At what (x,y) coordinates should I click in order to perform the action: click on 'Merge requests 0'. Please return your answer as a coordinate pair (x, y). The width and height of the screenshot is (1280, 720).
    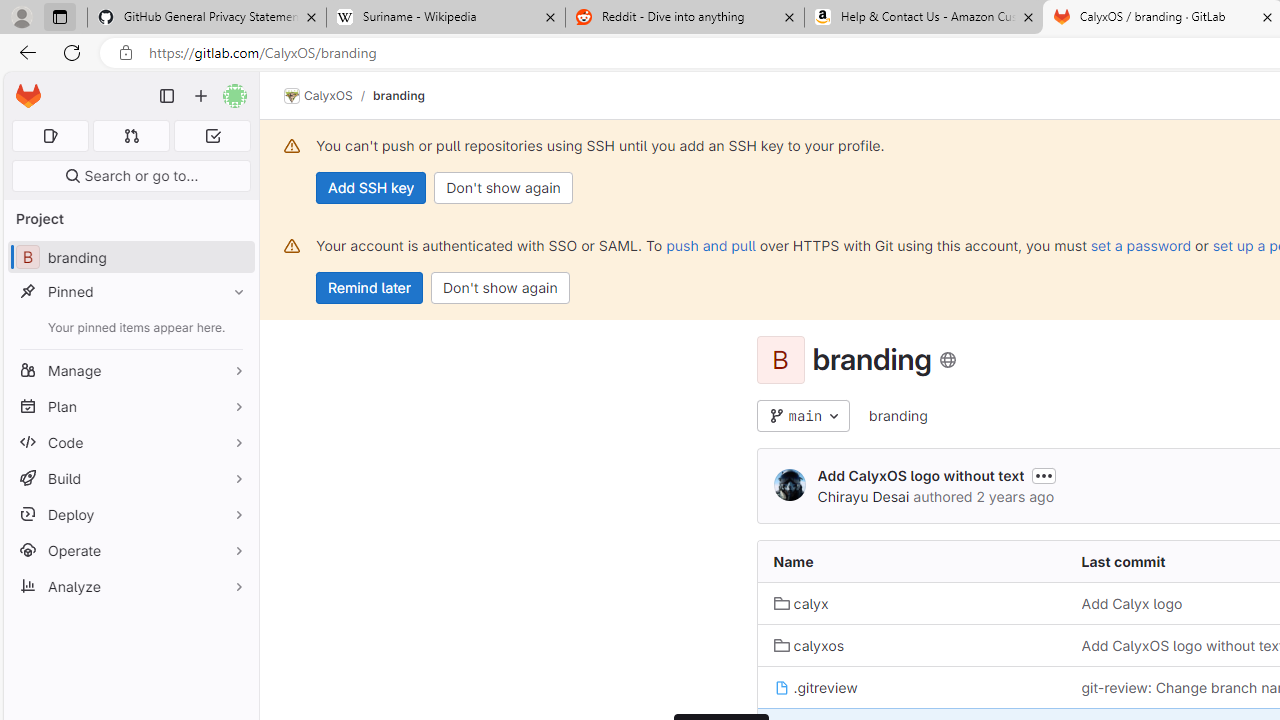
    Looking at the image, I should click on (130, 135).